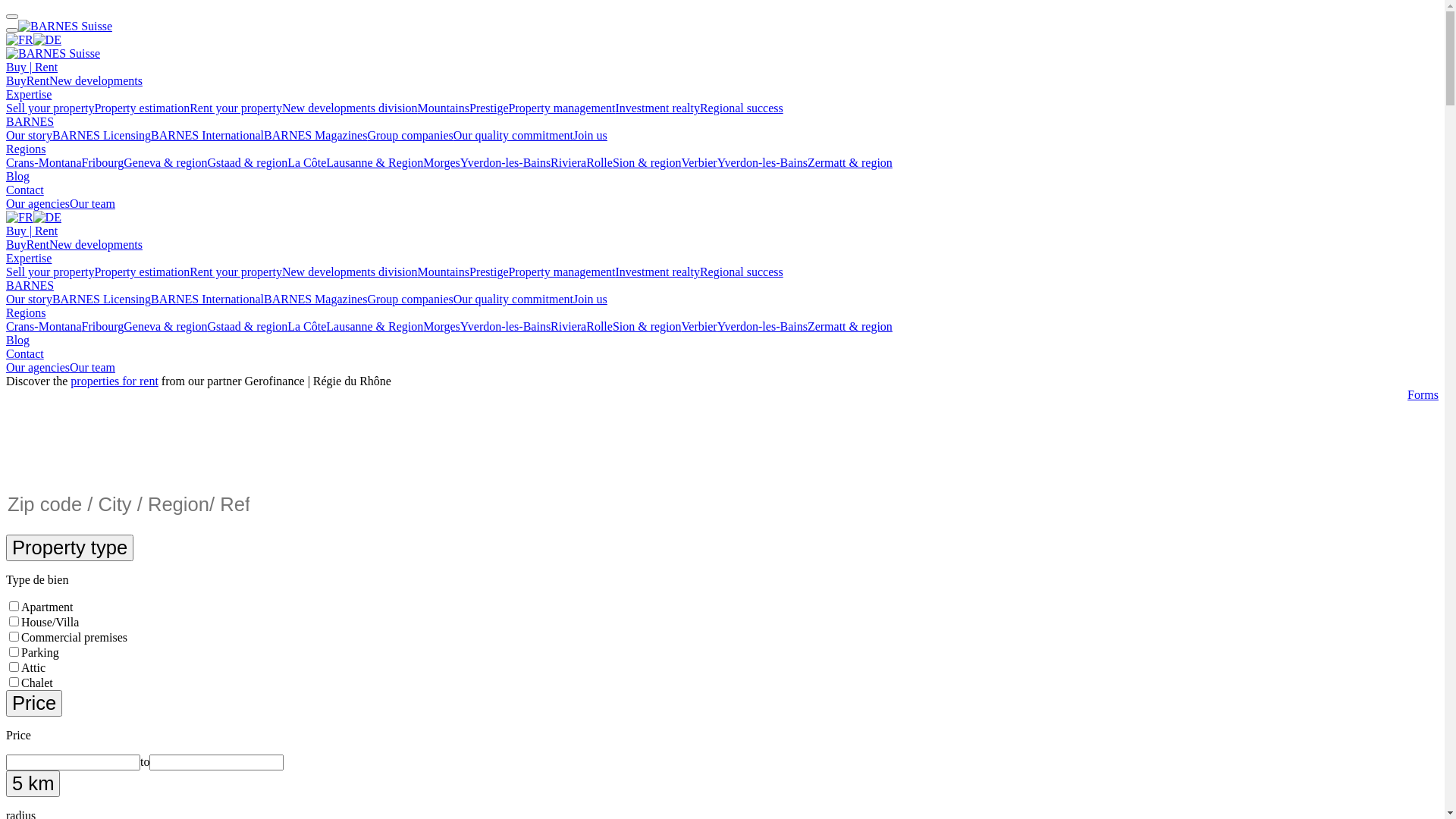  What do you see at coordinates (315, 299) in the screenshot?
I see `'BARNES Magazines'` at bounding box center [315, 299].